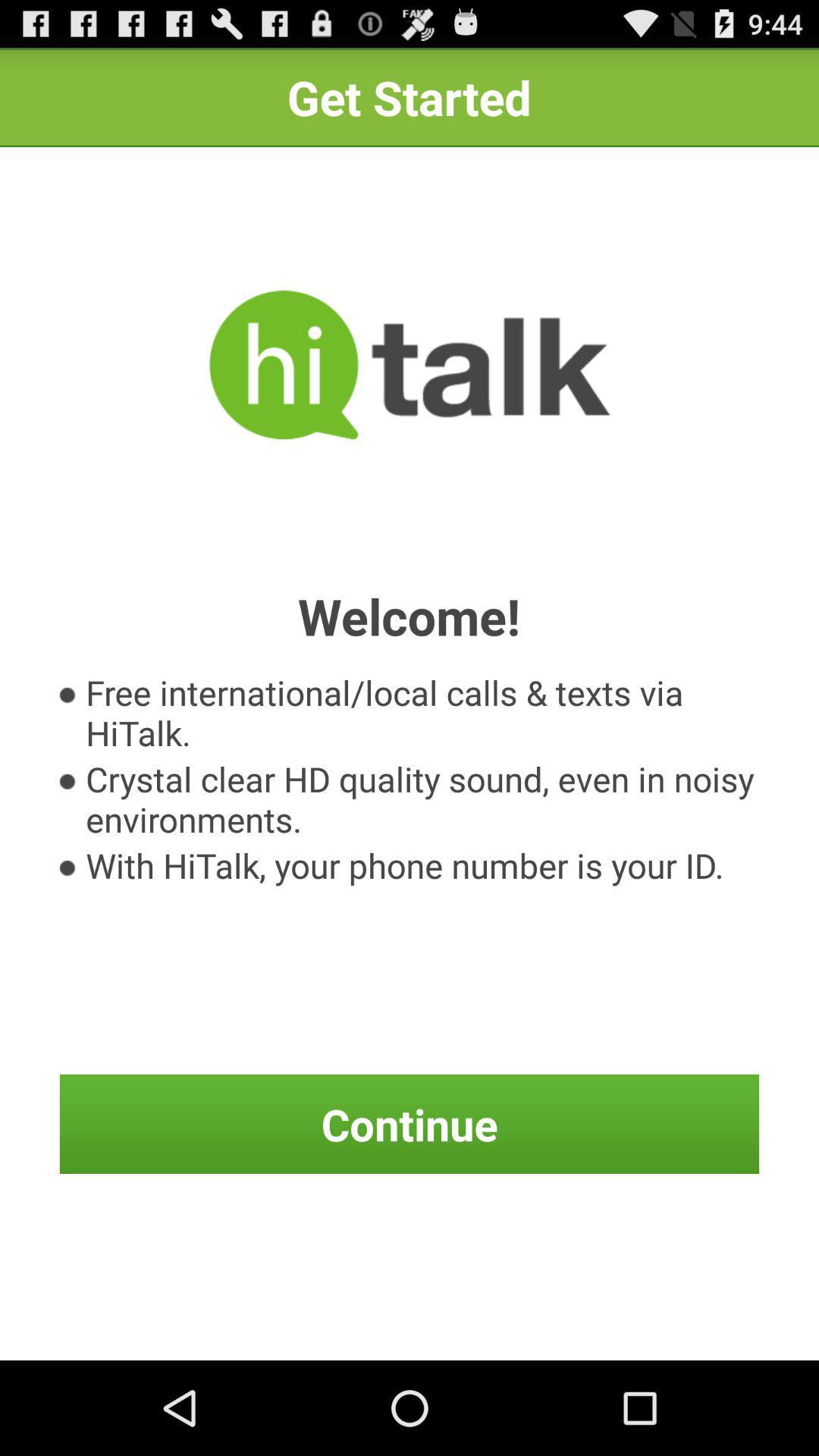 This screenshot has height=1456, width=819. I want to click on the continue, so click(409, 1124).